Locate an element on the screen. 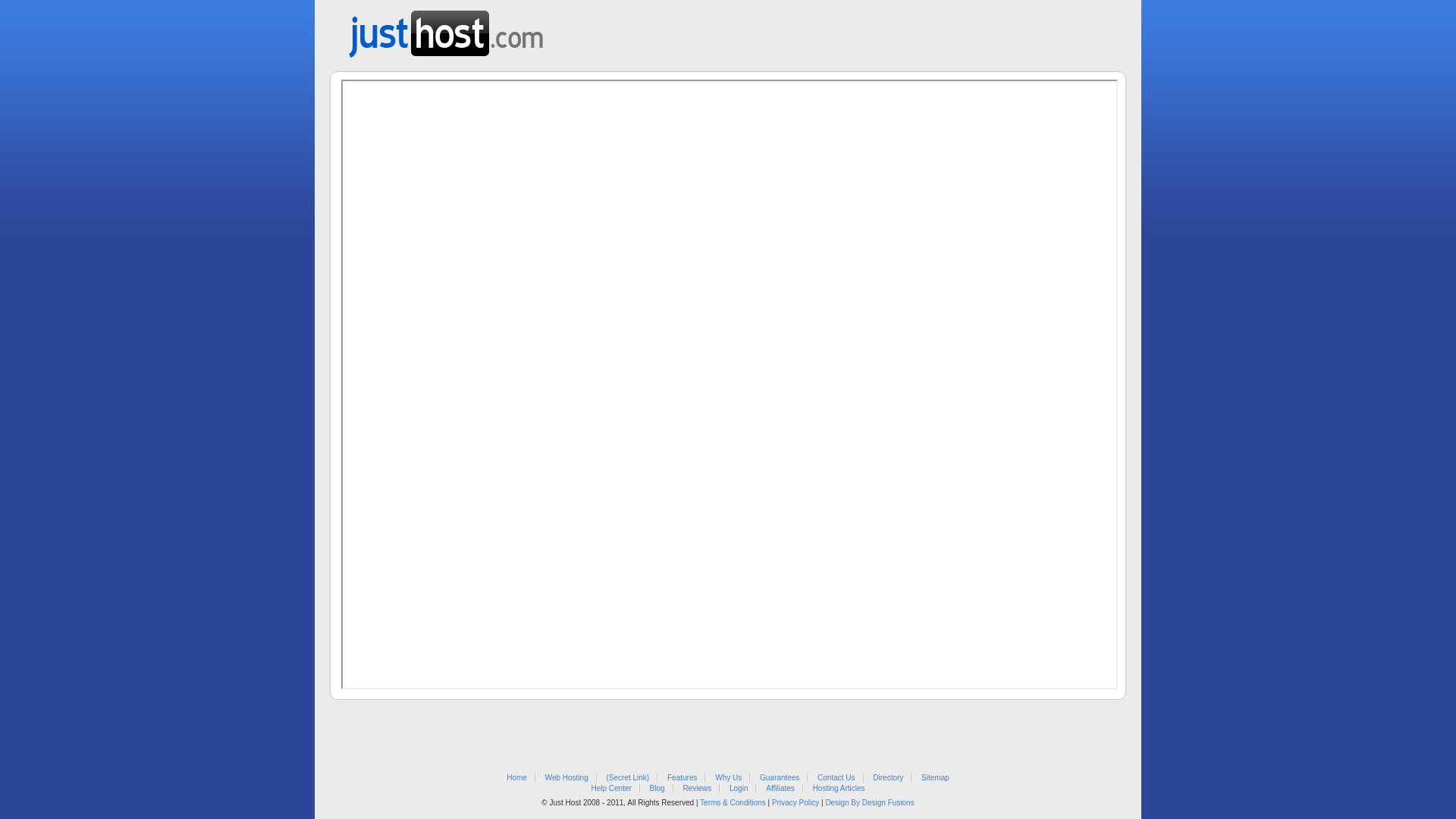  'Hosting Articles' is located at coordinates (811, 787).